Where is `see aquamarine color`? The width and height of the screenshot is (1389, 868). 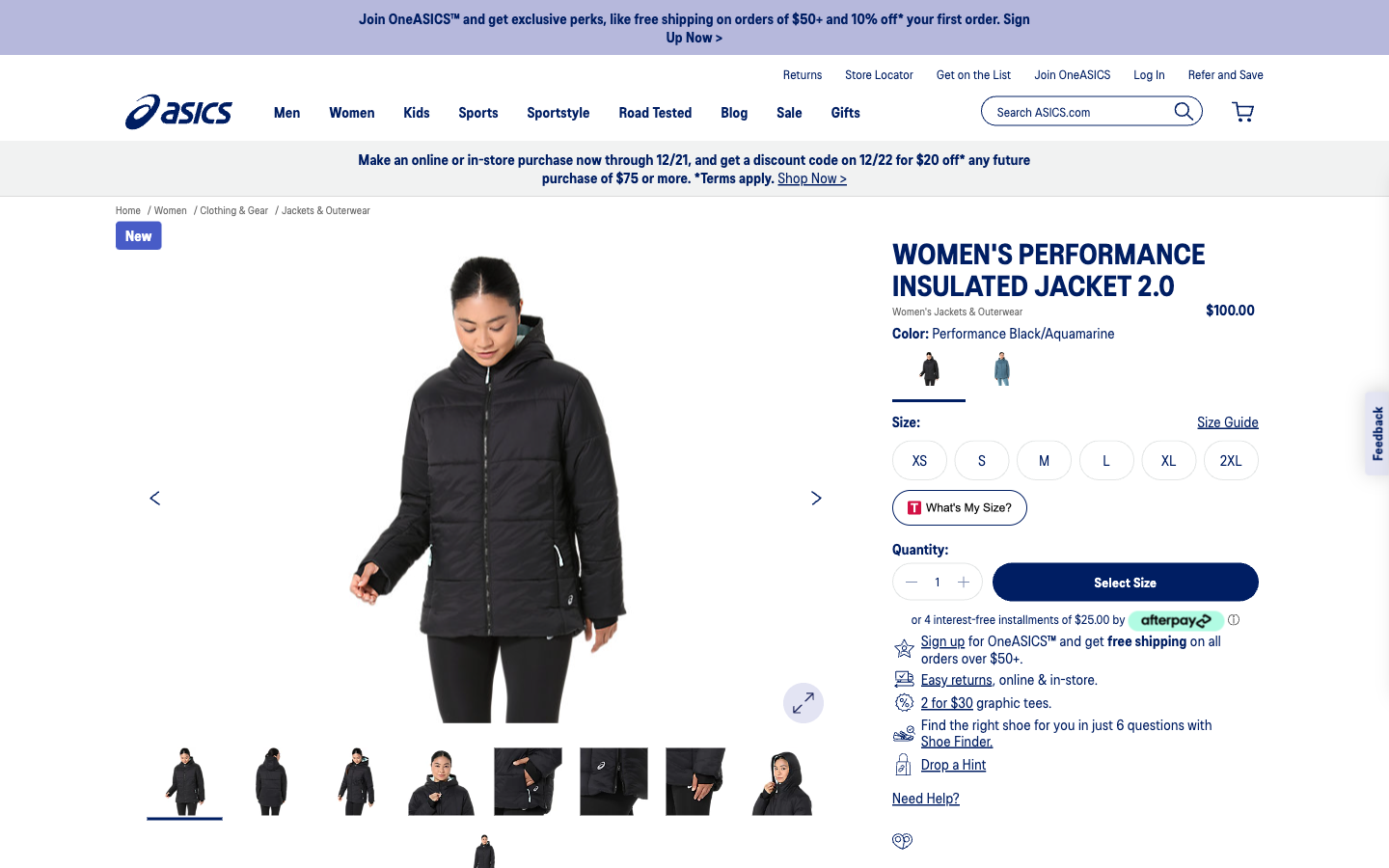
see aquamarine color is located at coordinates (1001, 372).